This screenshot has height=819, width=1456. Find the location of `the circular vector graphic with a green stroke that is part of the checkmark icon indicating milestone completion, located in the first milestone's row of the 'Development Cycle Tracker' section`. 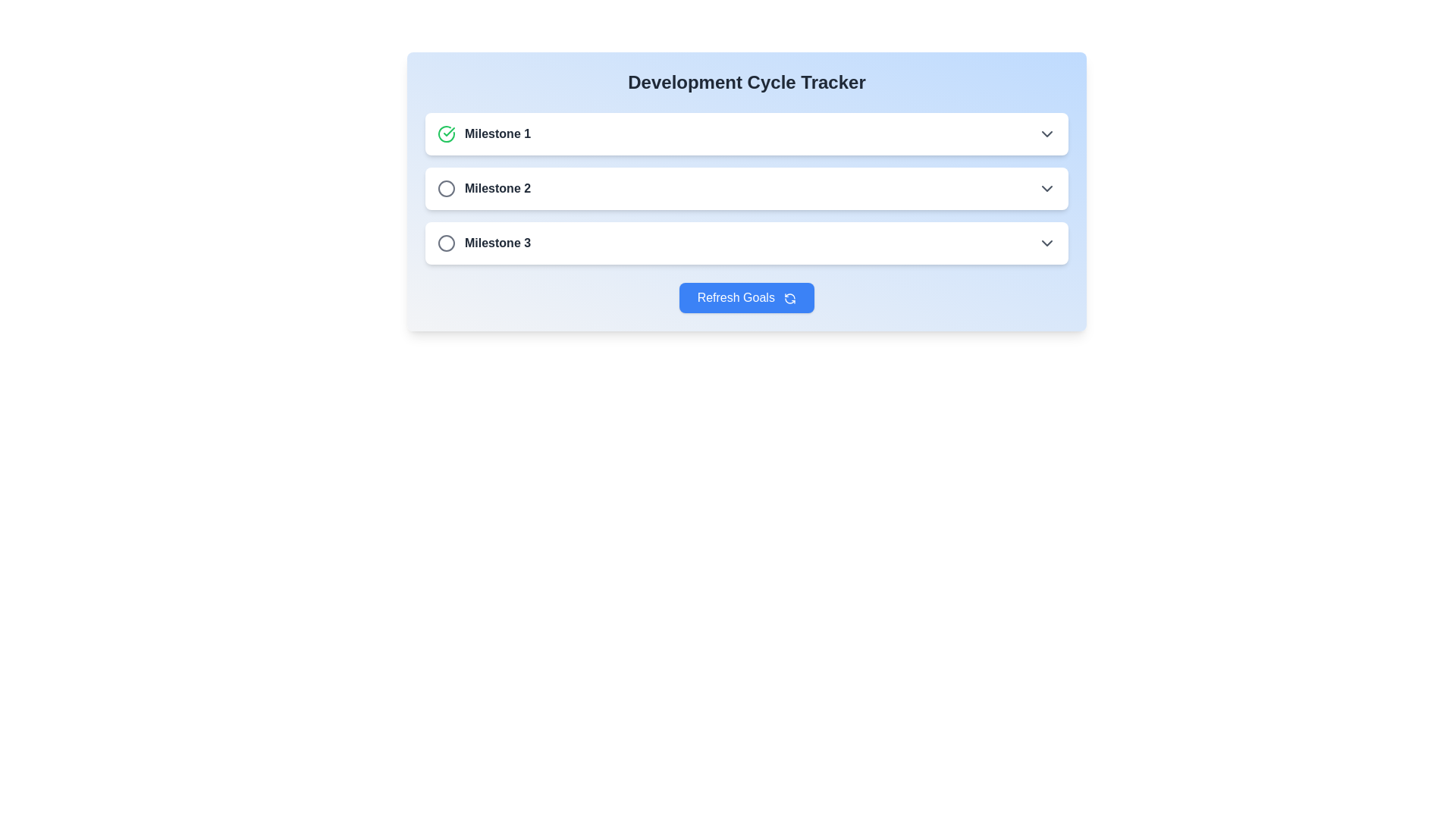

the circular vector graphic with a green stroke that is part of the checkmark icon indicating milestone completion, located in the first milestone's row of the 'Development Cycle Tracker' section is located at coordinates (446, 133).